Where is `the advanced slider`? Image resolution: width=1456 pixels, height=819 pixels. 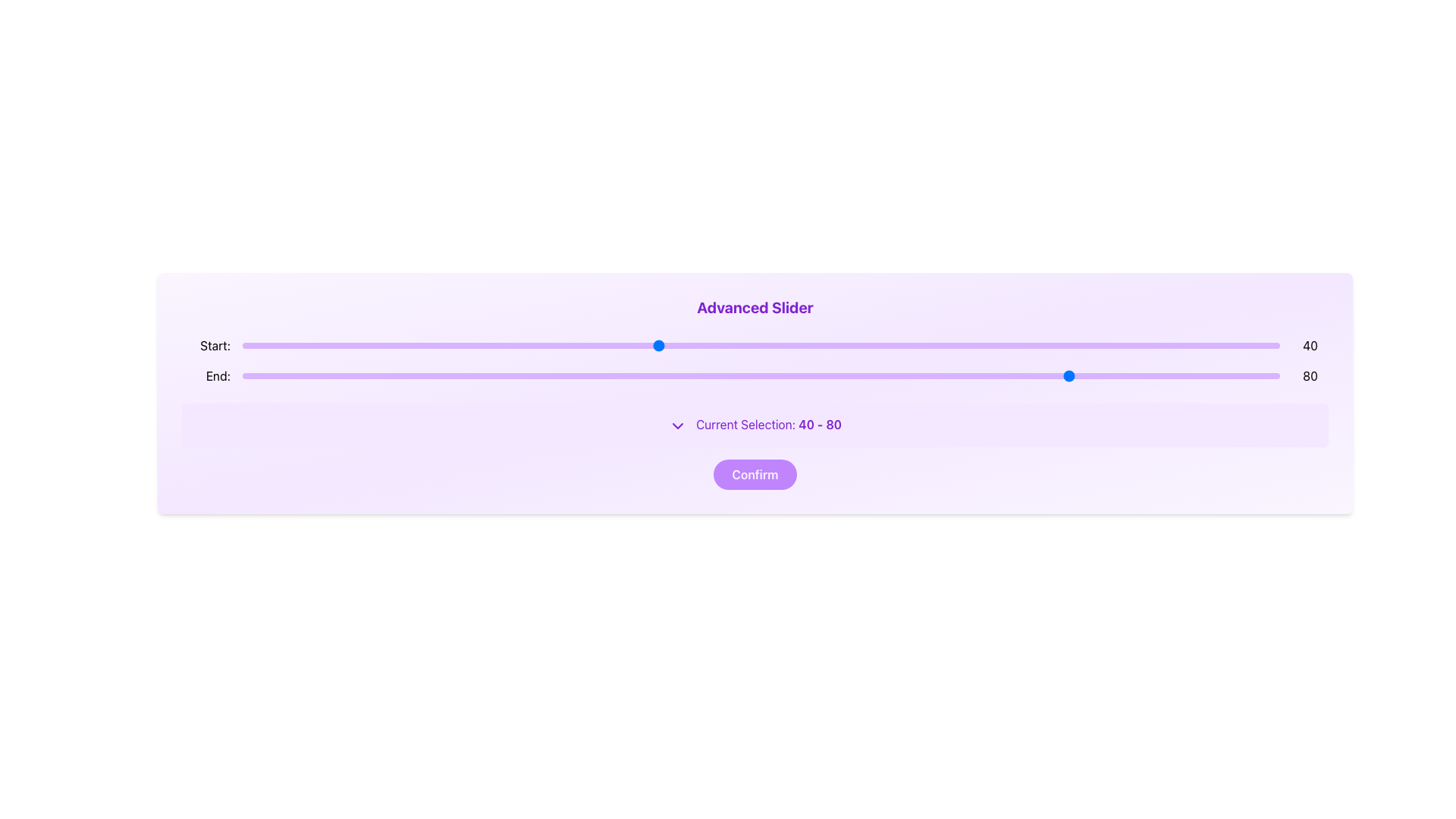 the advanced slider is located at coordinates (428, 345).